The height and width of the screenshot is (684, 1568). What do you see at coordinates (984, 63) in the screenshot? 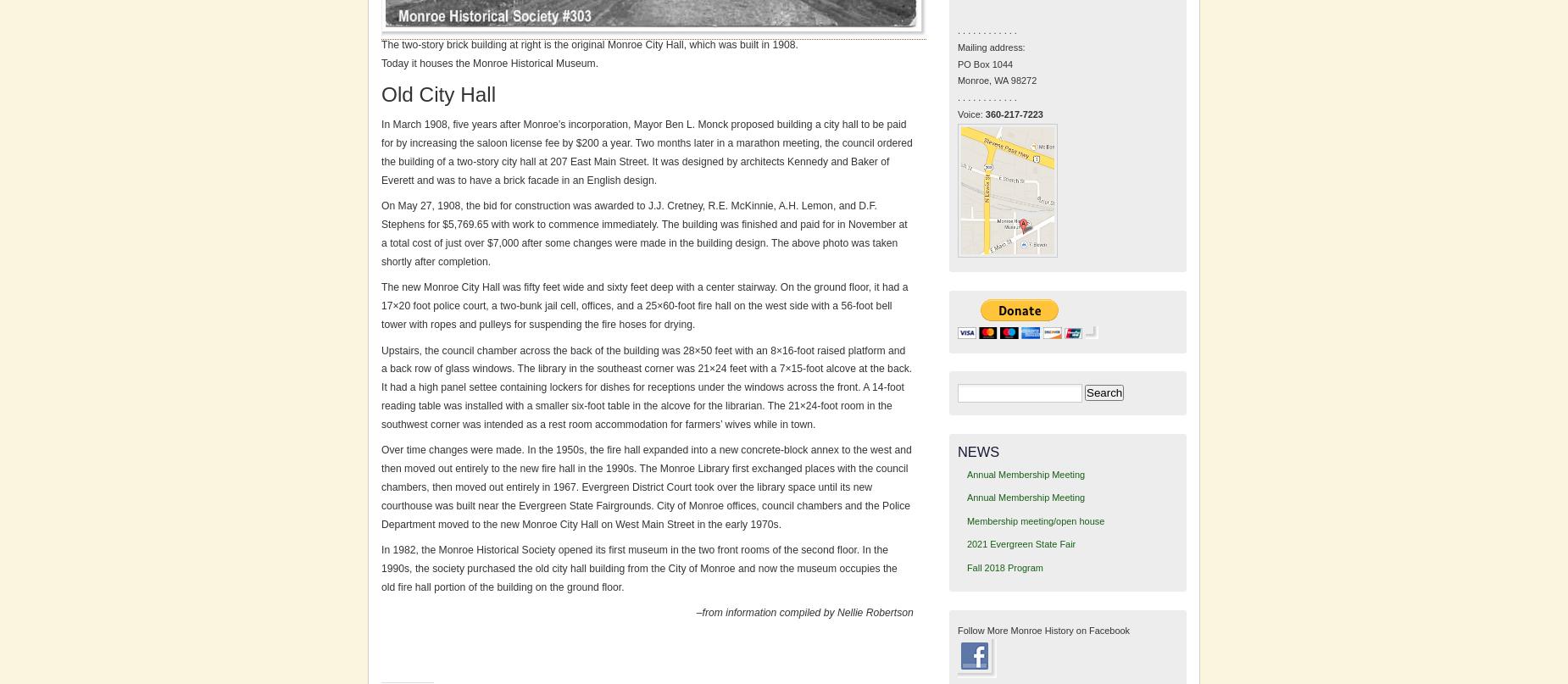
I see `'PO Box 1044'` at bounding box center [984, 63].